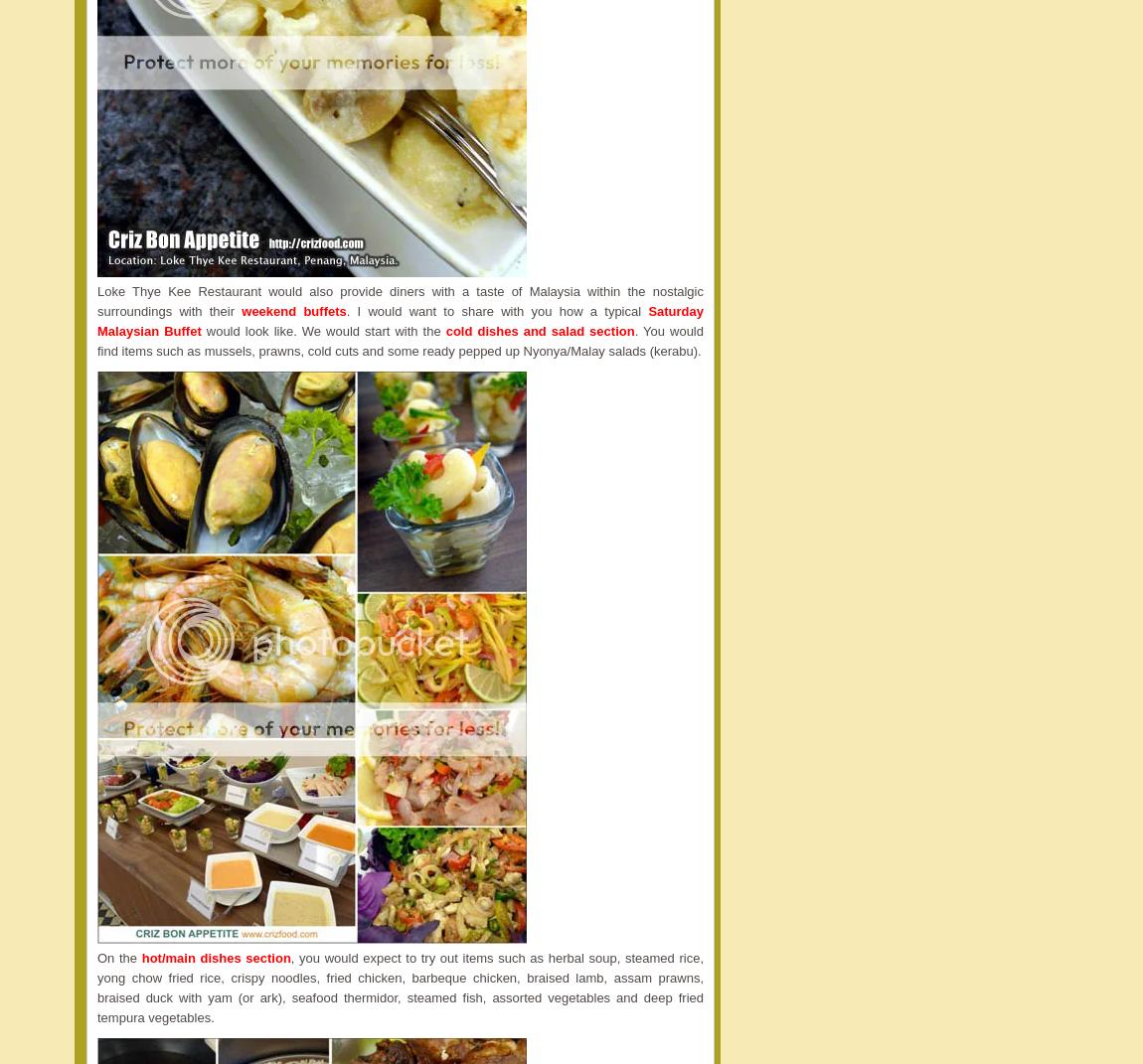 This screenshot has height=1064, width=1143. Describe the element at coordinates (400, 319) in the screenshot. I see `'Saturday Malaysian Buffet'` at that location.